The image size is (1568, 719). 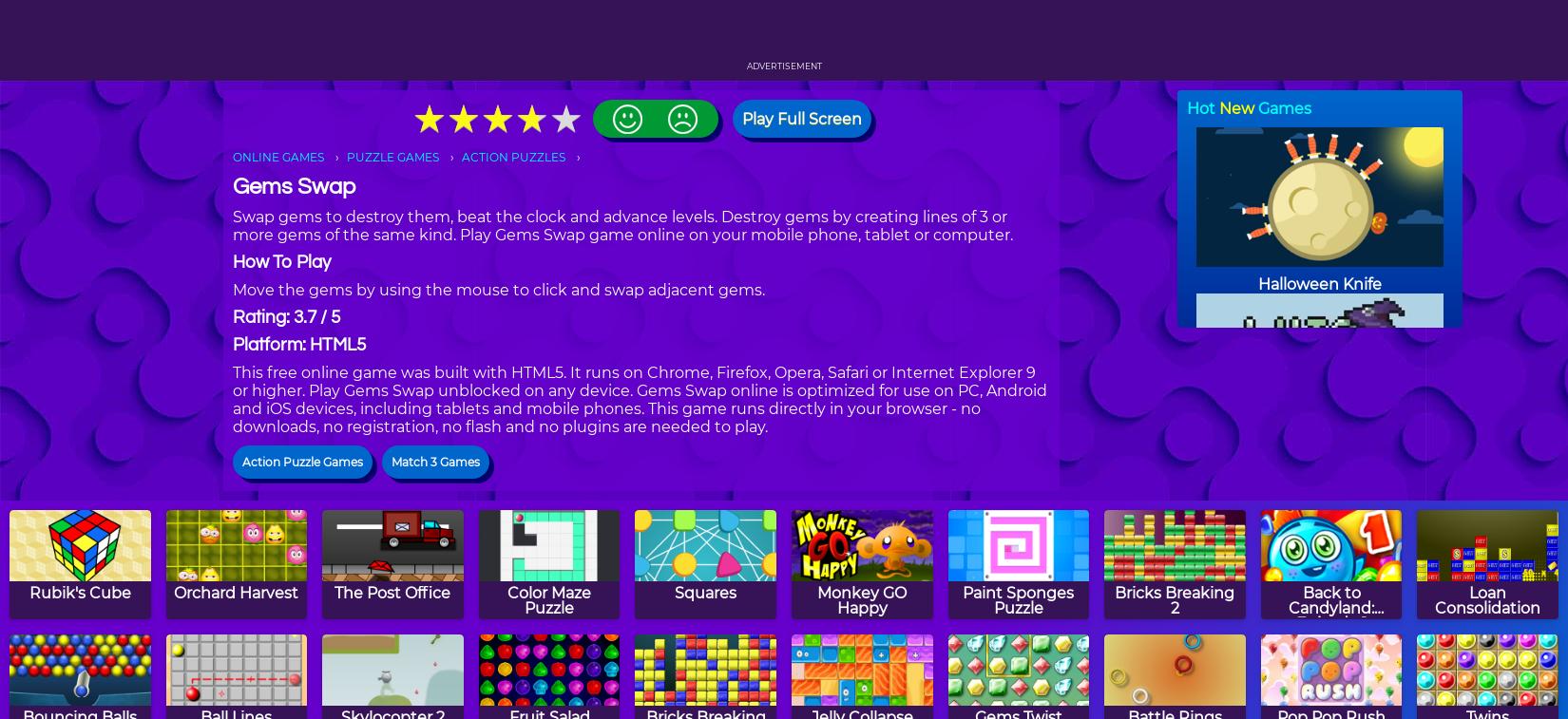 What do you see at coordinates (1486, 600) in the screenshot?
I see `'Loan Consolidation'` at bounding box center [1486, 600].